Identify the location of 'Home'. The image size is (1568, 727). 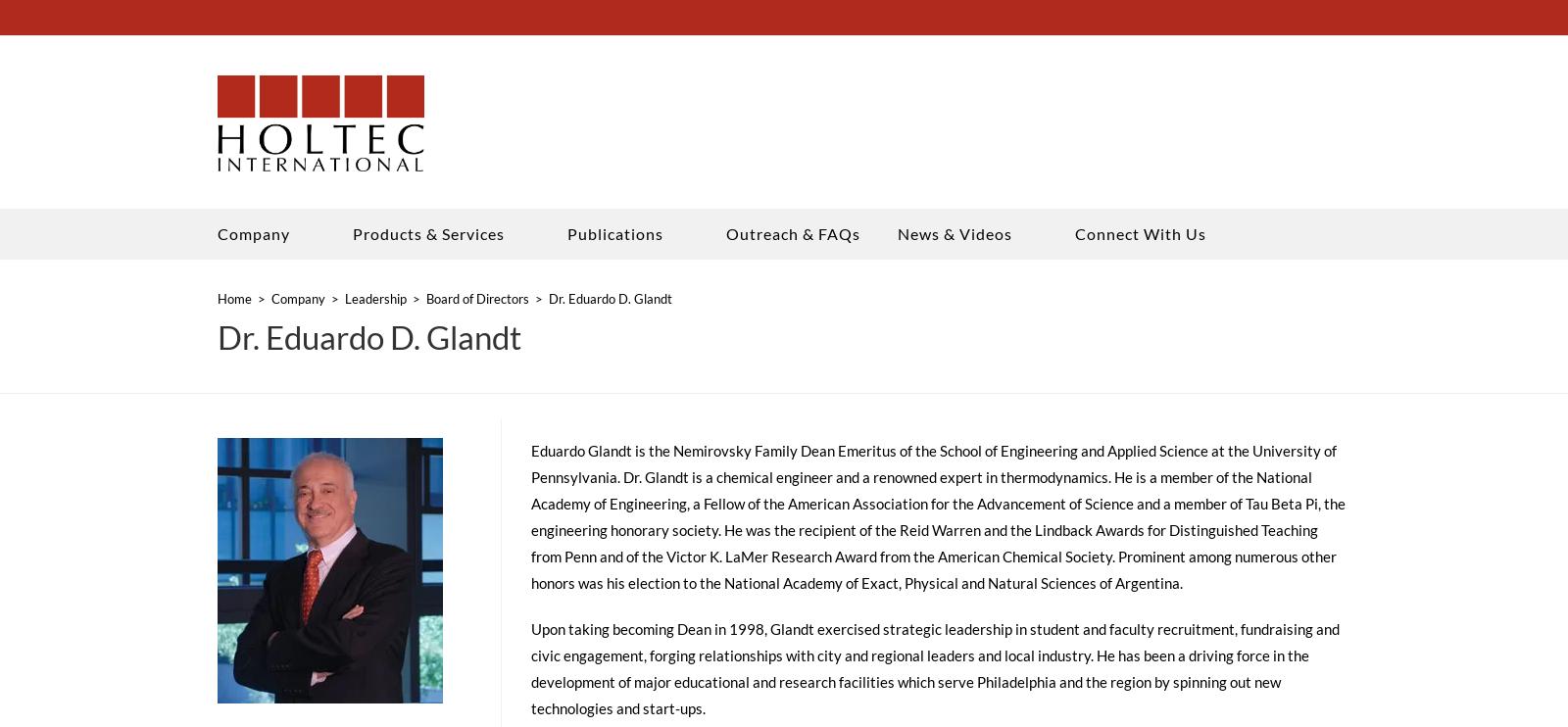
(234, 304).